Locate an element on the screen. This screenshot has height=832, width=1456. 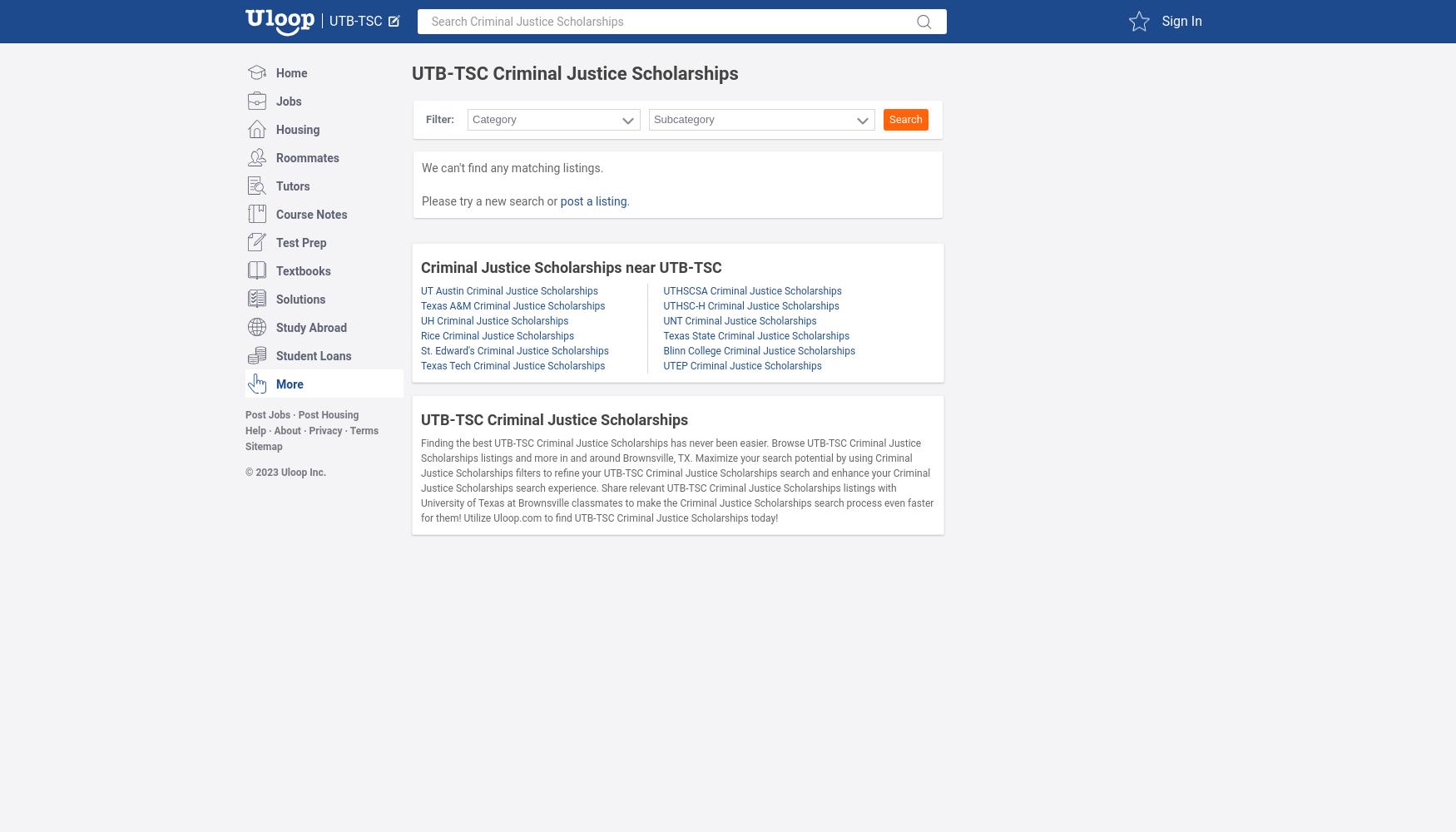
'Rice Criminal Justice Scholarships' is located at coordinates (497, 336).